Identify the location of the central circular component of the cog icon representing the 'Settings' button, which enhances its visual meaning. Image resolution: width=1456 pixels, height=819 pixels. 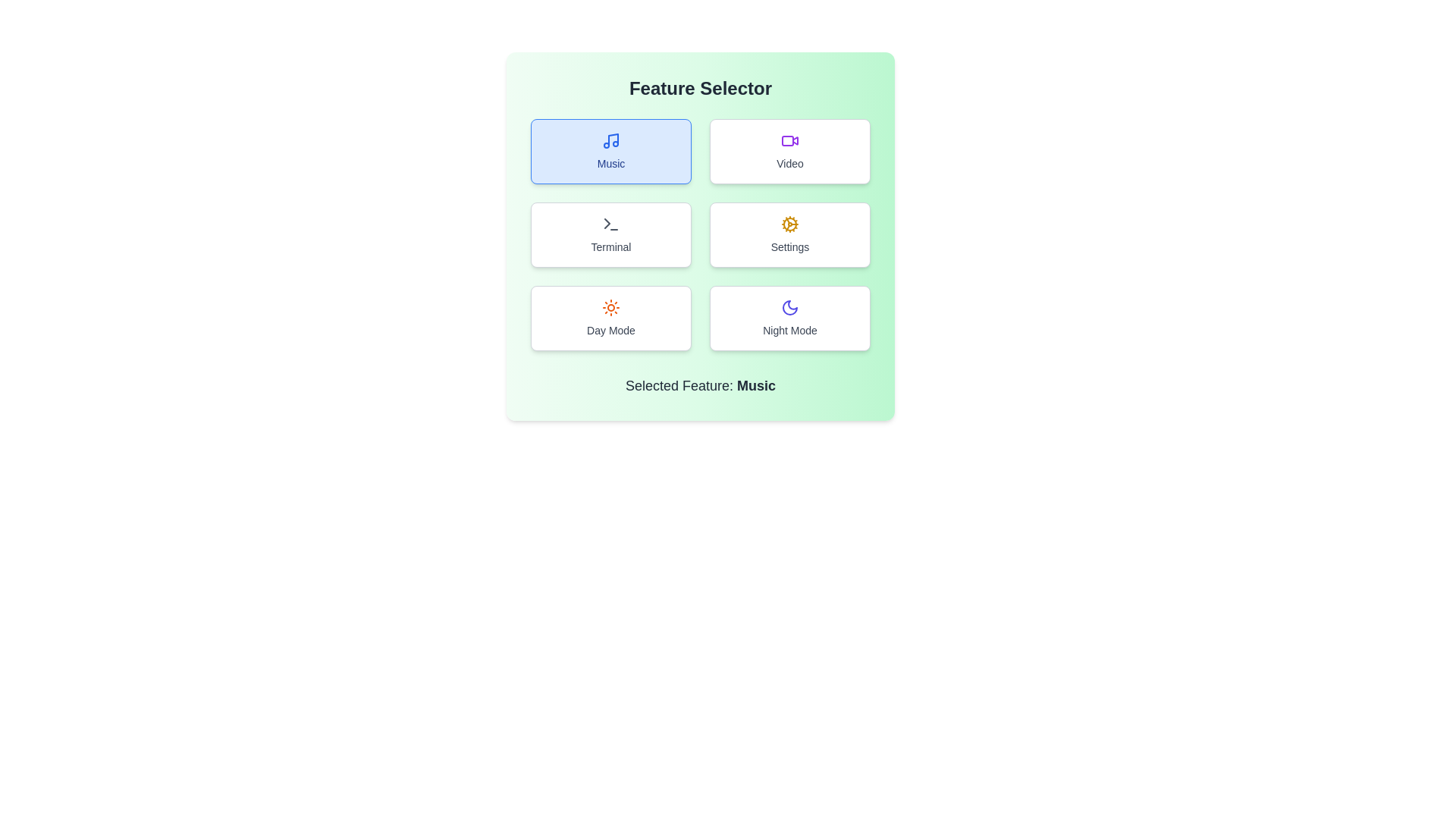
(789, 224).